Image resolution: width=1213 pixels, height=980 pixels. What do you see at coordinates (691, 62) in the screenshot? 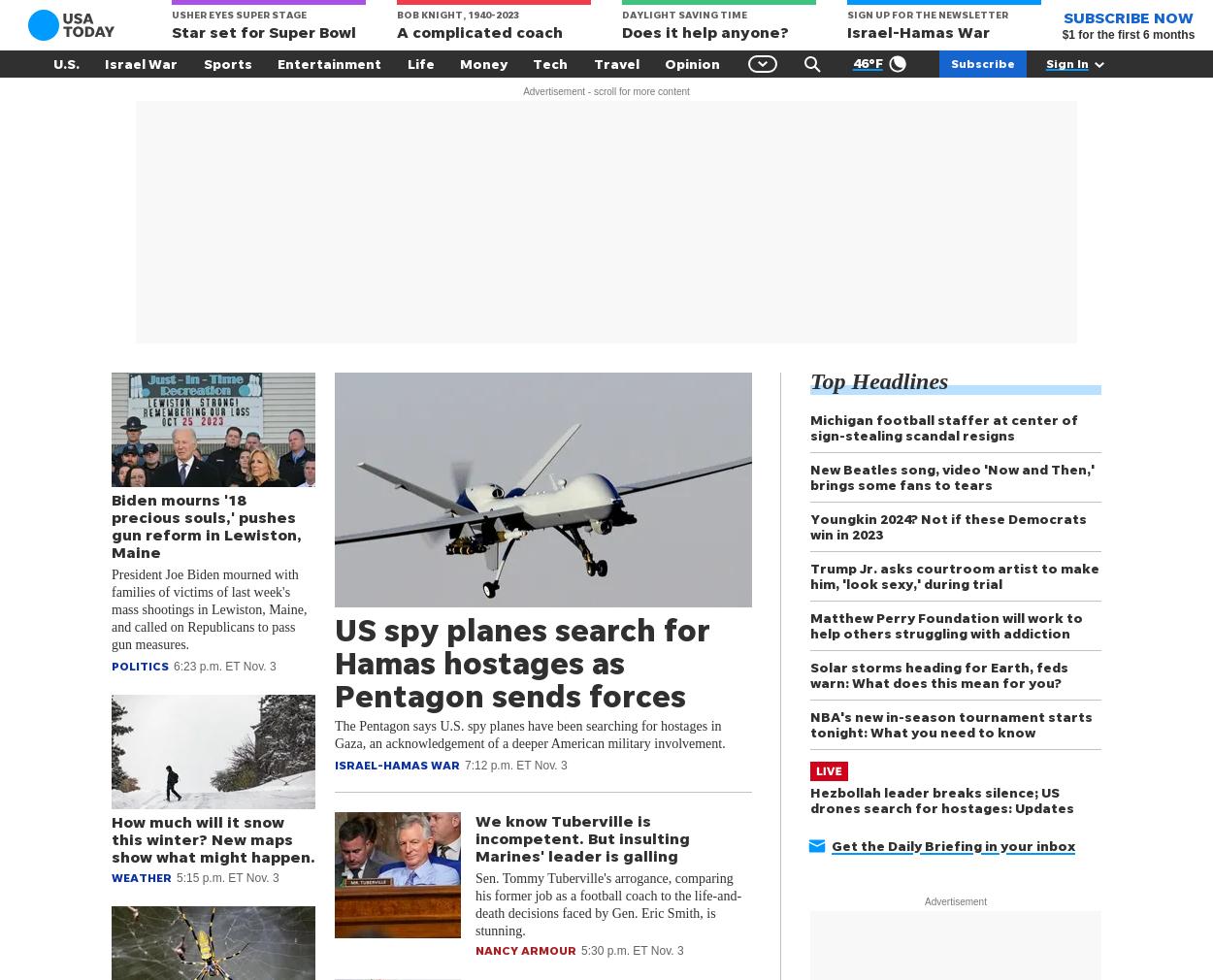
I see `'Opinion'` at bounding box center [691, 62].